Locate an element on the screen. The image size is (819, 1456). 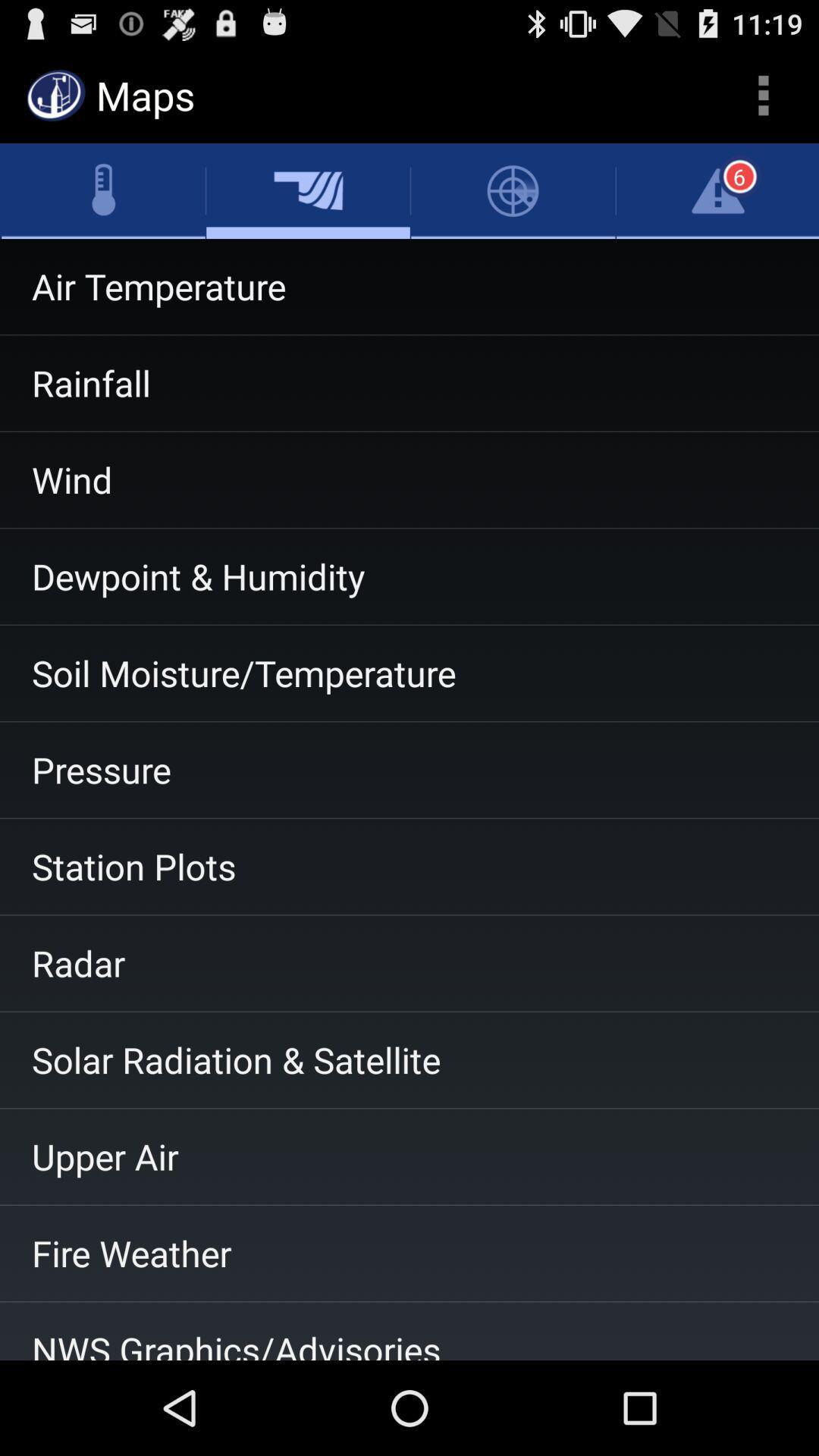
app above rainfall item is located at coordinates (409, 287).